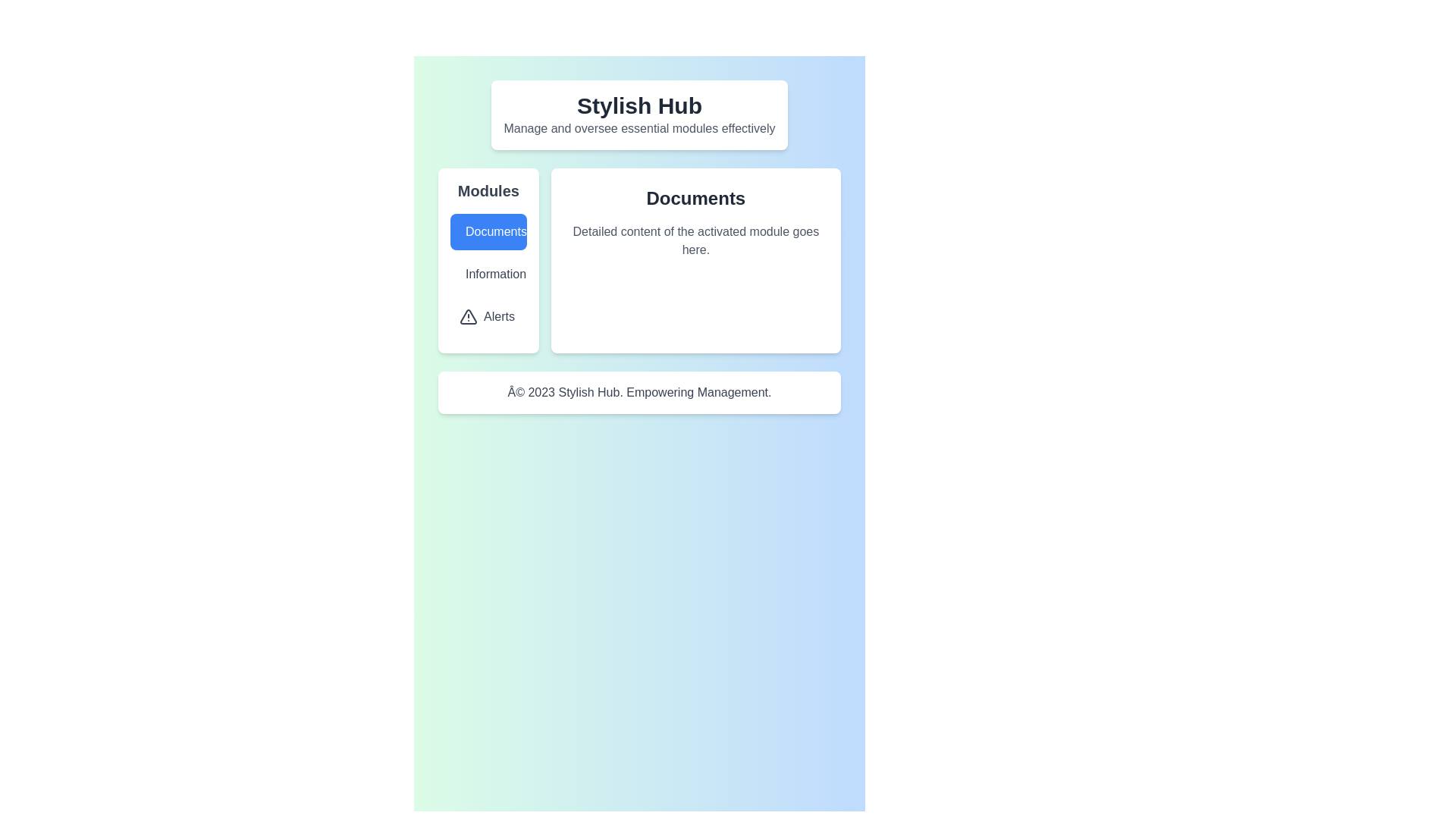 Image resolution: width=1456 pixels, height=819 pixels. I want to click on the text label that reads 'Manage and oversee essential modules effectively,' which is styled in muted gray and positioned under the heading 'Stylish Hub.', so click(639, 127).